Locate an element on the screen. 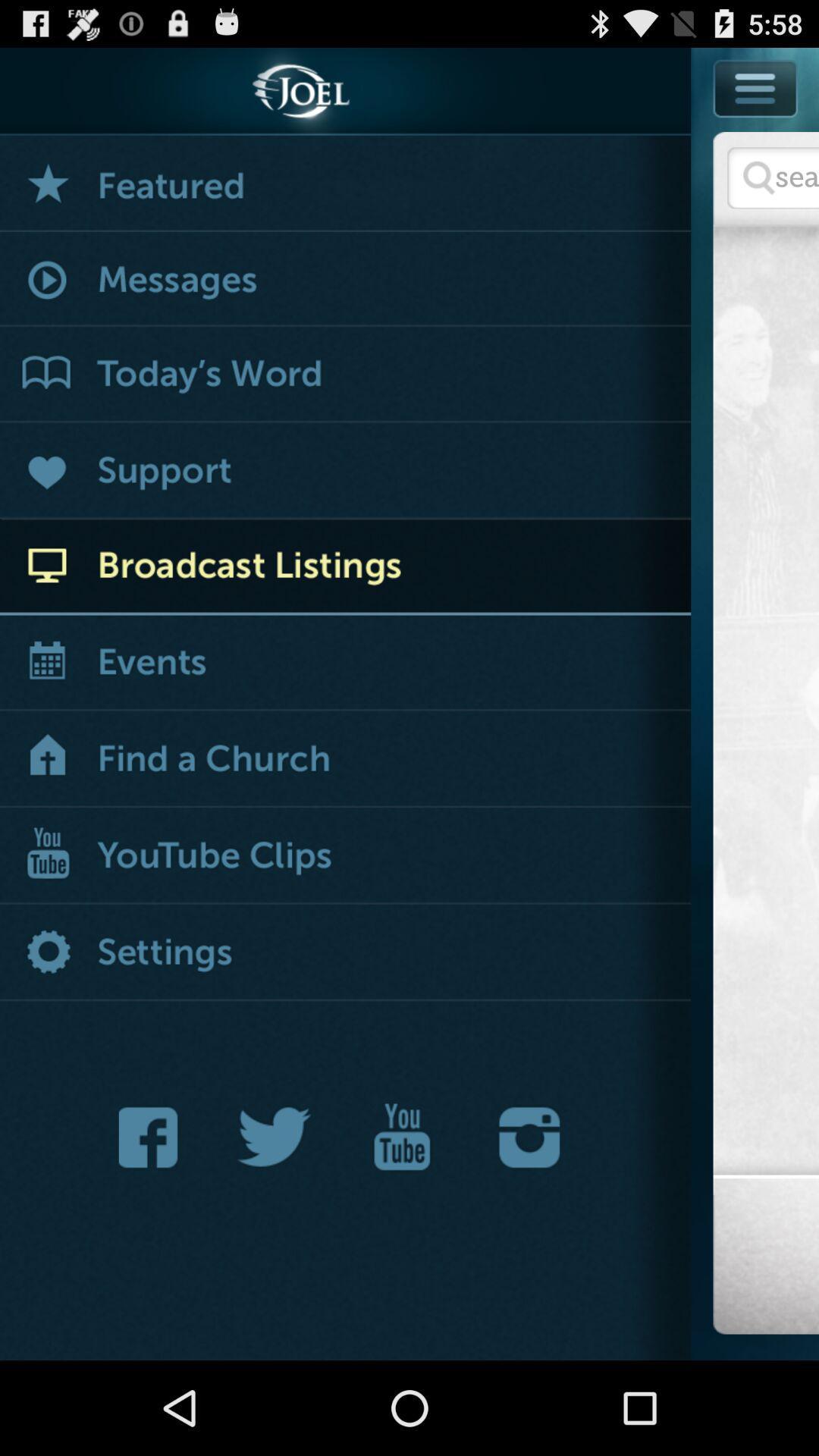  find a church option is located at coordinates (345, 760).